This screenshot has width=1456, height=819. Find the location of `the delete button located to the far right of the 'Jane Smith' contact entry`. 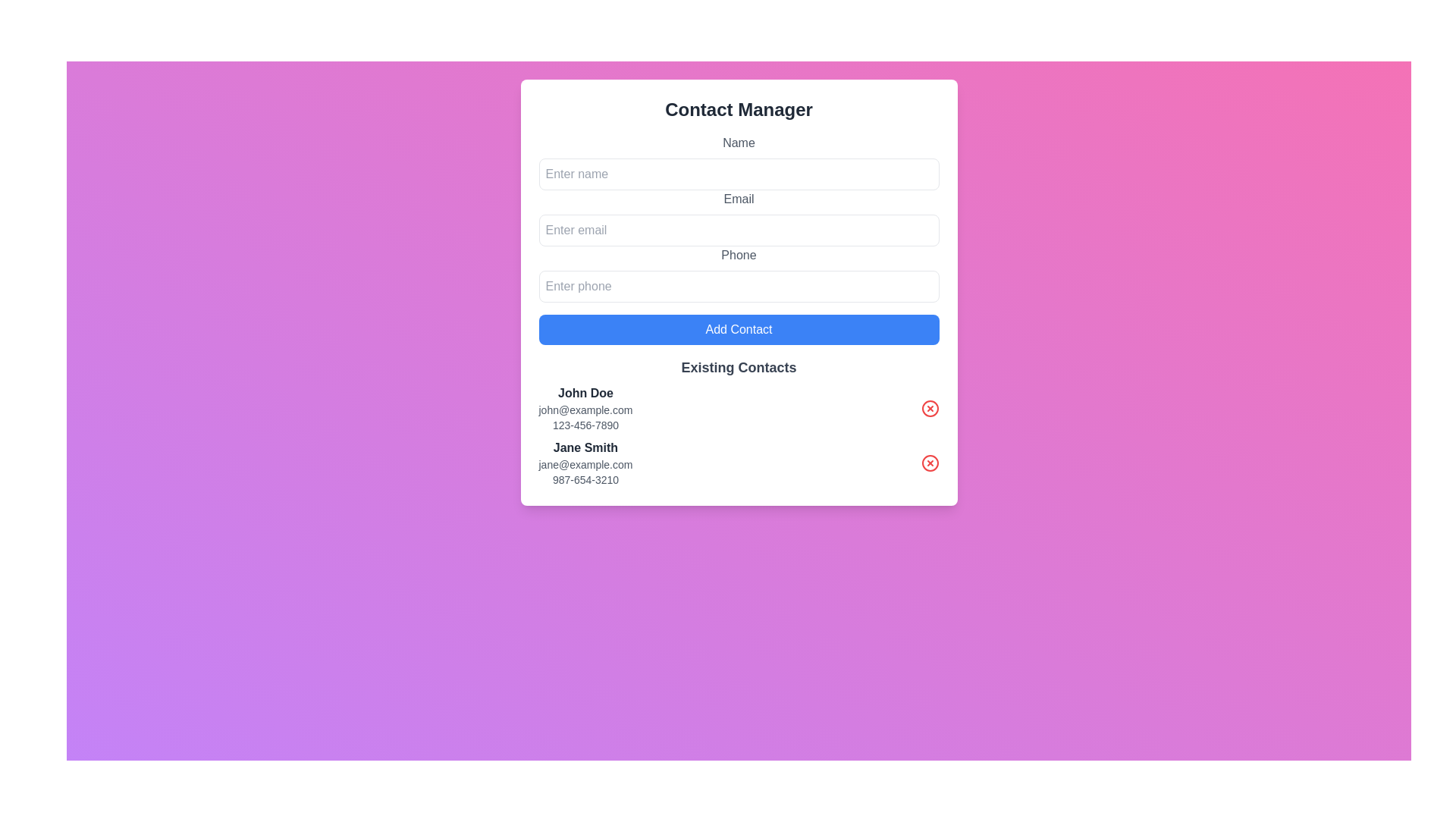

the delete button located to the far right of the 'Jane Smith' contact entry is located at coordinates (929, 462).